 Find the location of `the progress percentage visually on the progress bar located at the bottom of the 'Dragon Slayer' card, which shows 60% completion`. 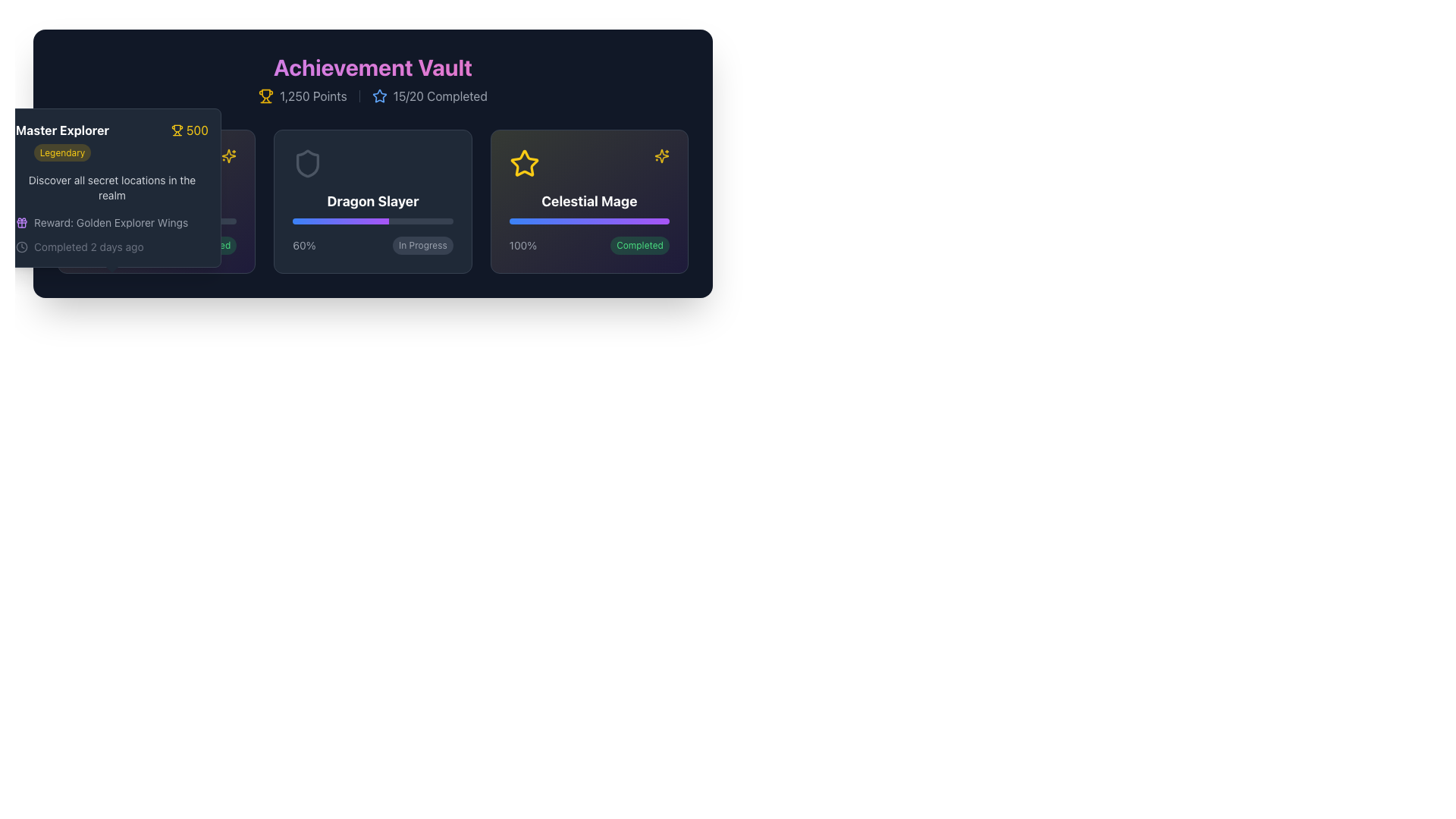

the progress percentage visually on the progress bar located at the bottom of the 'Dragon Slayer' card, which shows 60% completion is located at coordinates (372, 221).